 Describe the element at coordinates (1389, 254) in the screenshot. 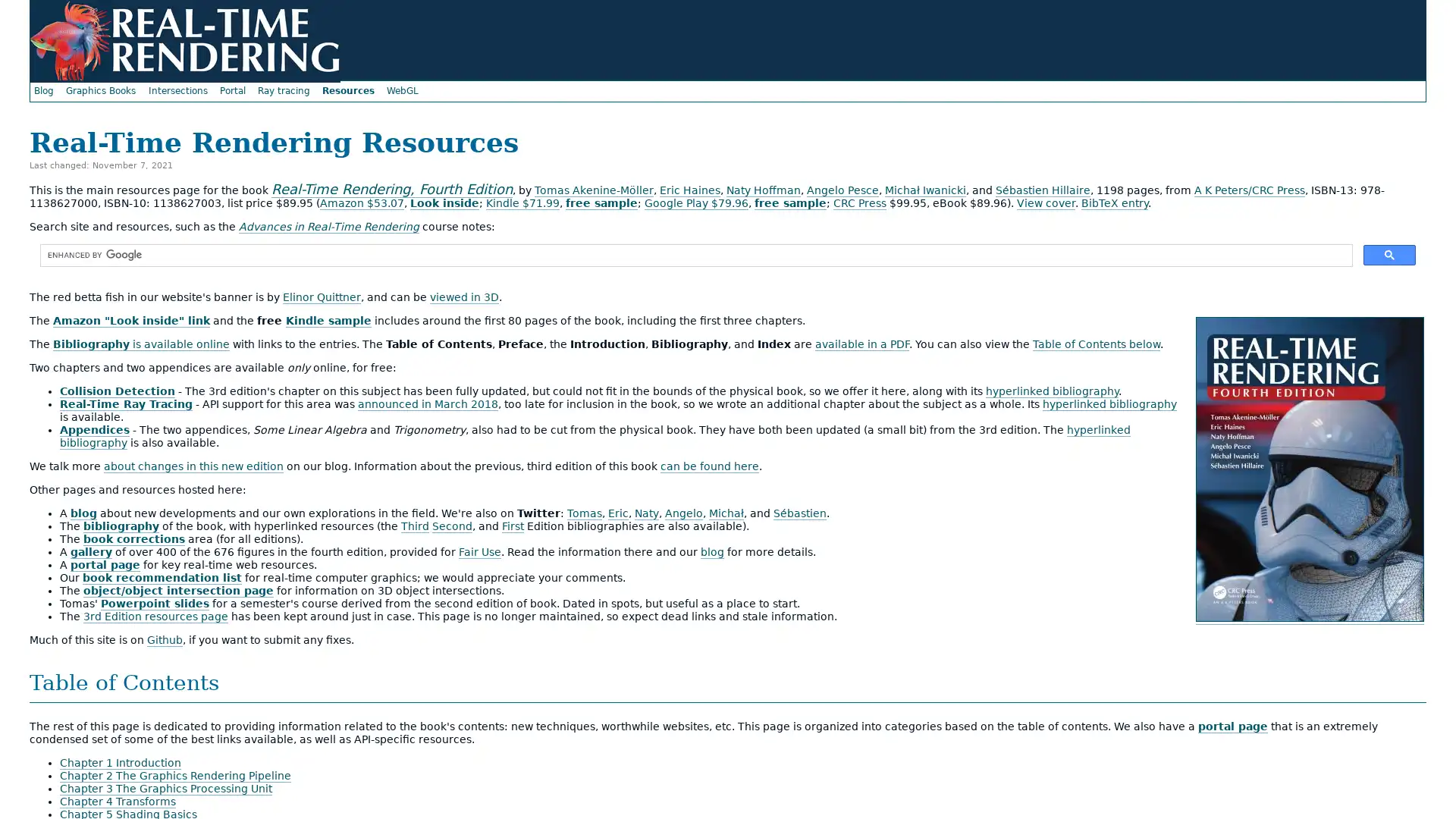

I see `search` at that location.